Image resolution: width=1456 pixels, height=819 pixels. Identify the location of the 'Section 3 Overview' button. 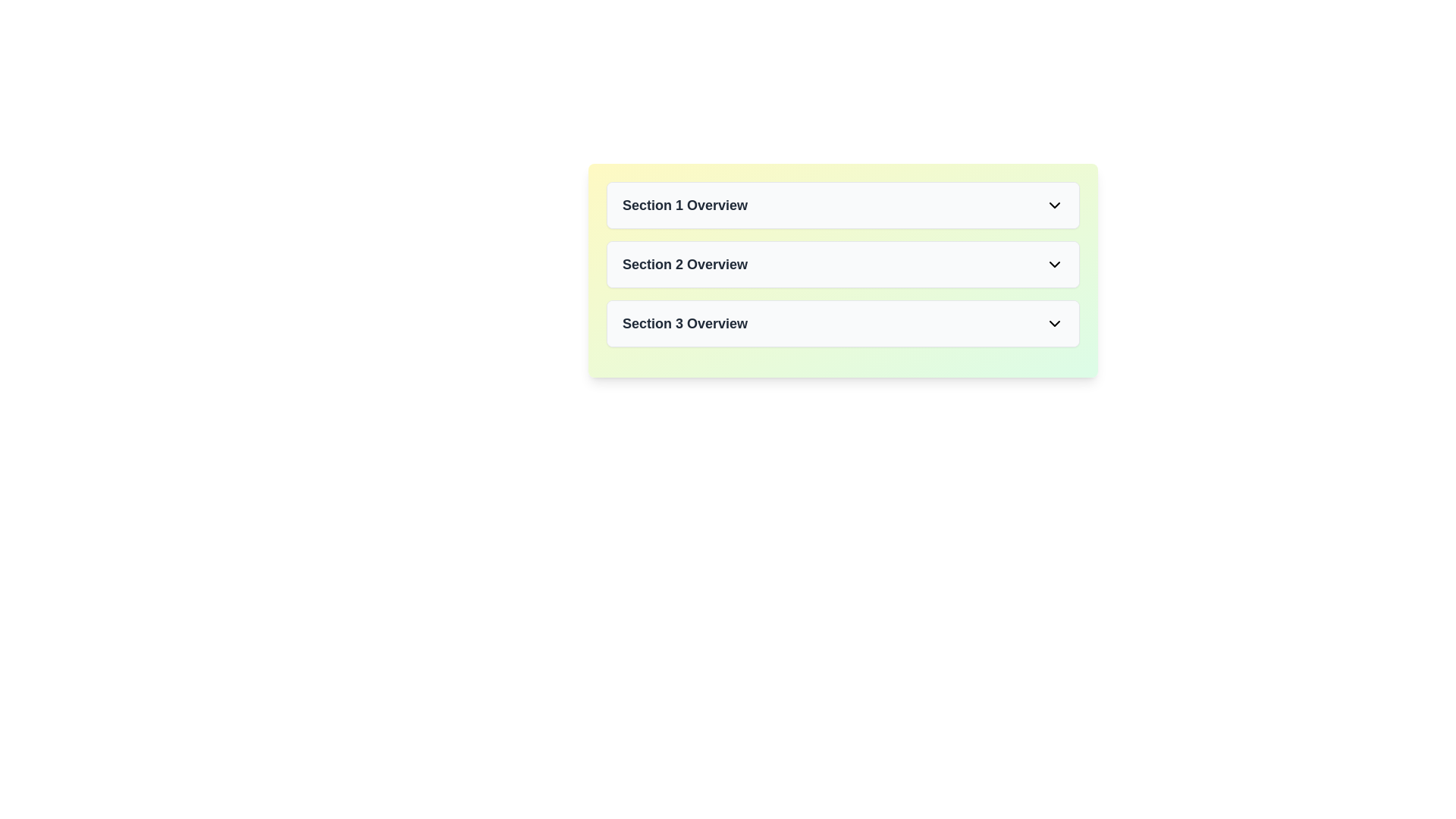
(843, 323).